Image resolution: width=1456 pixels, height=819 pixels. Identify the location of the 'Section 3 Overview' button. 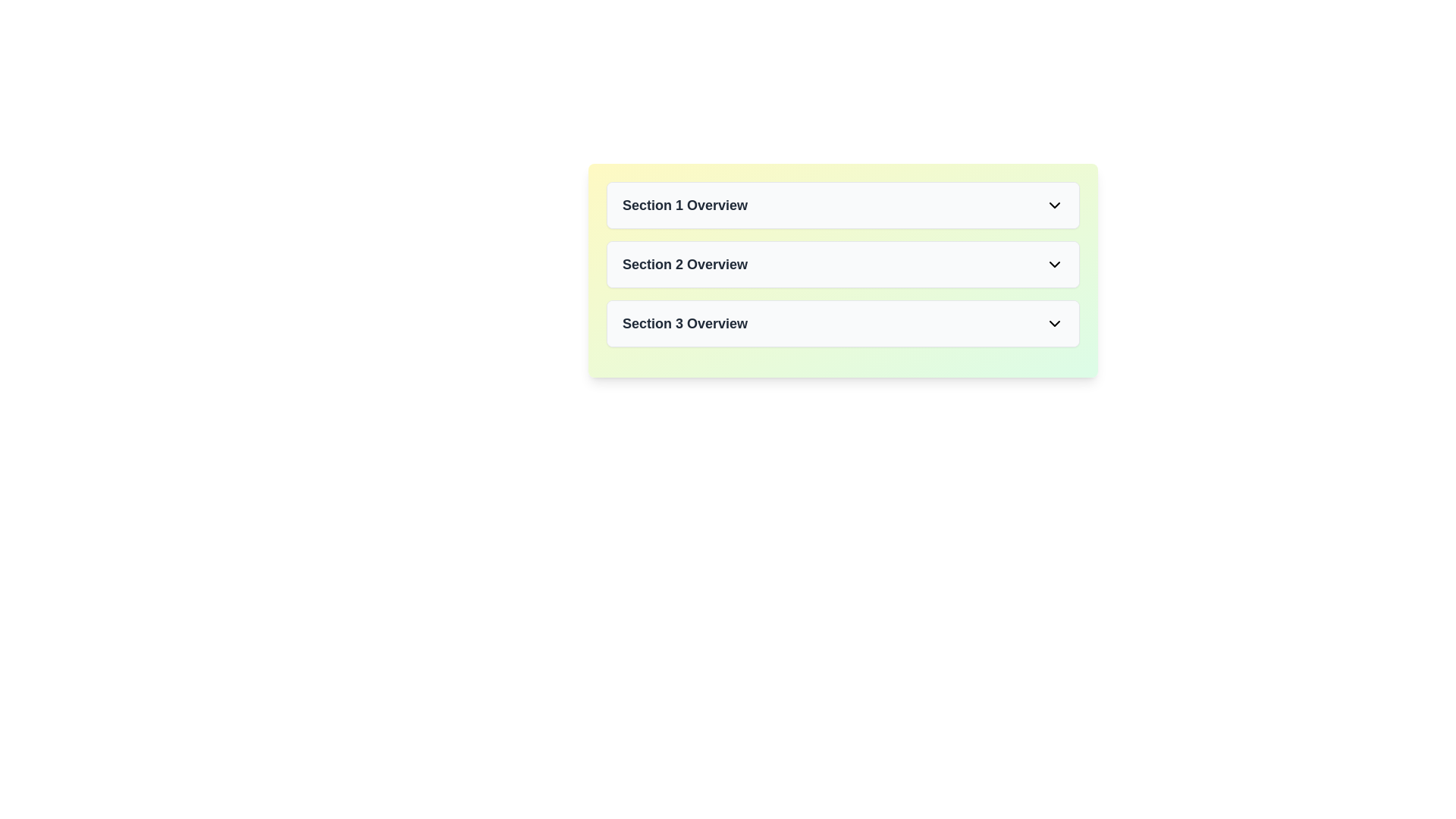
(843, 323).